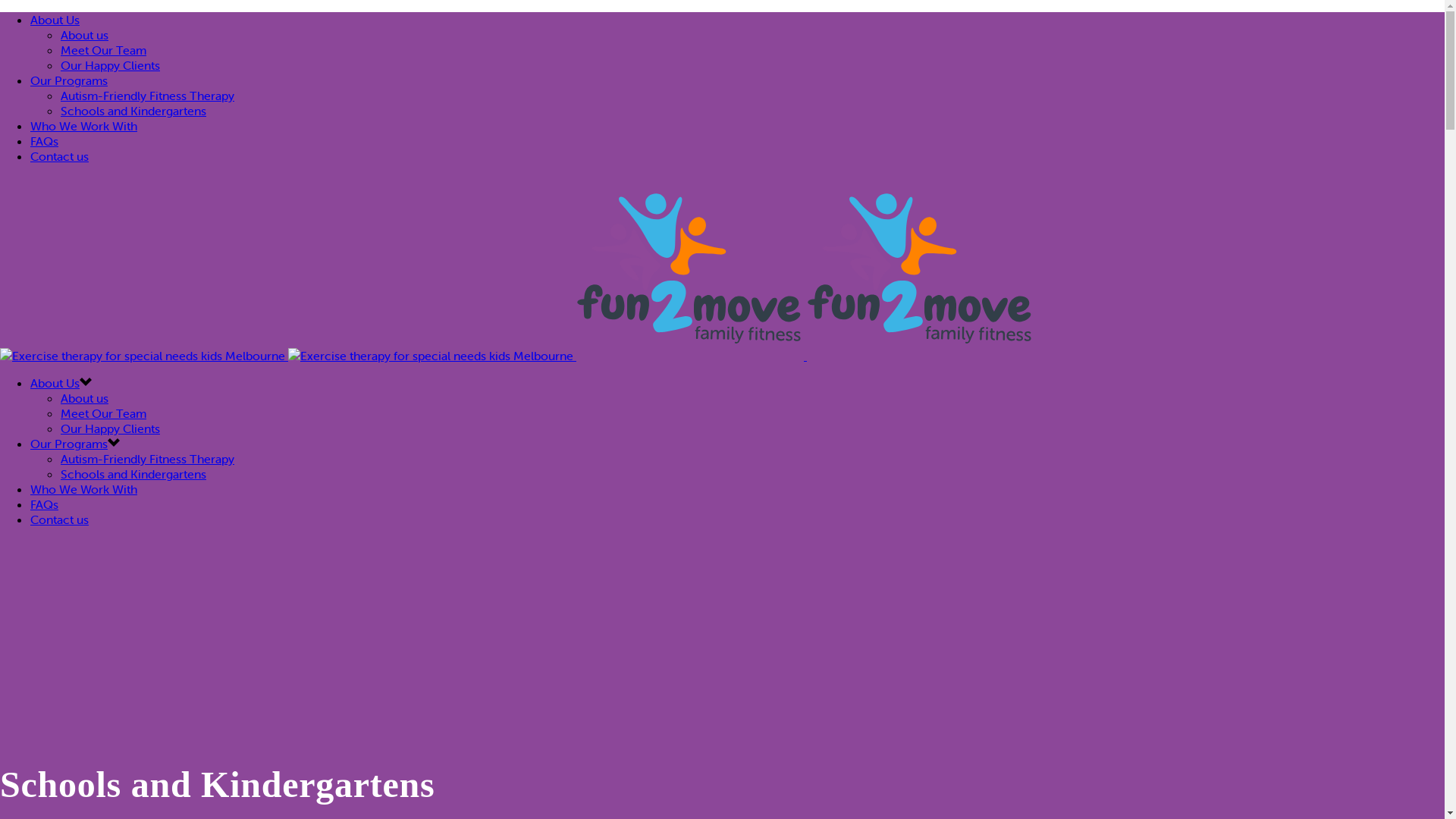  I want to click on 'FAQs', so click(30, 140).